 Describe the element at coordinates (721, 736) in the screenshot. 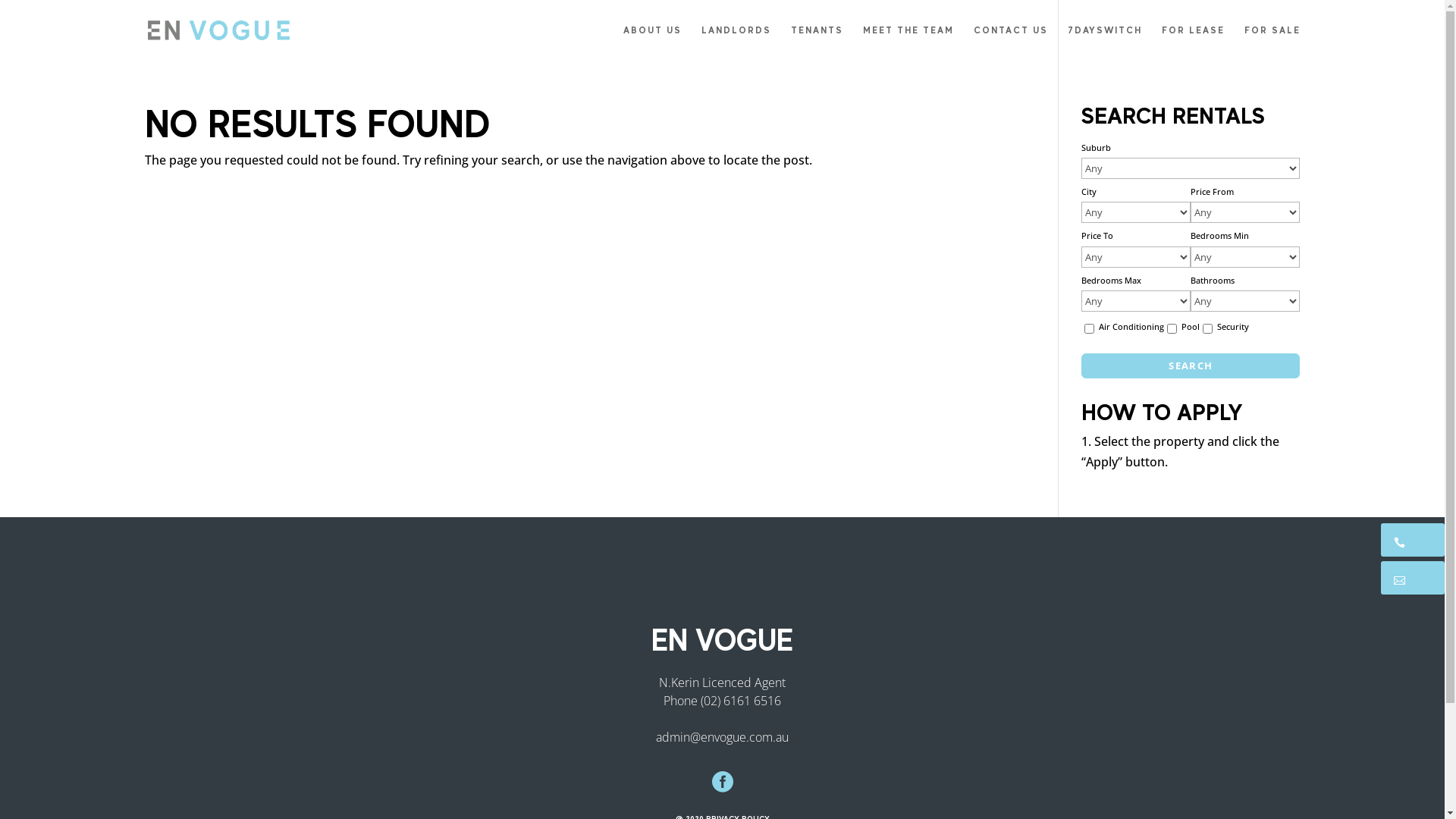

I see `'admin@envogue.com.au'` at that location.